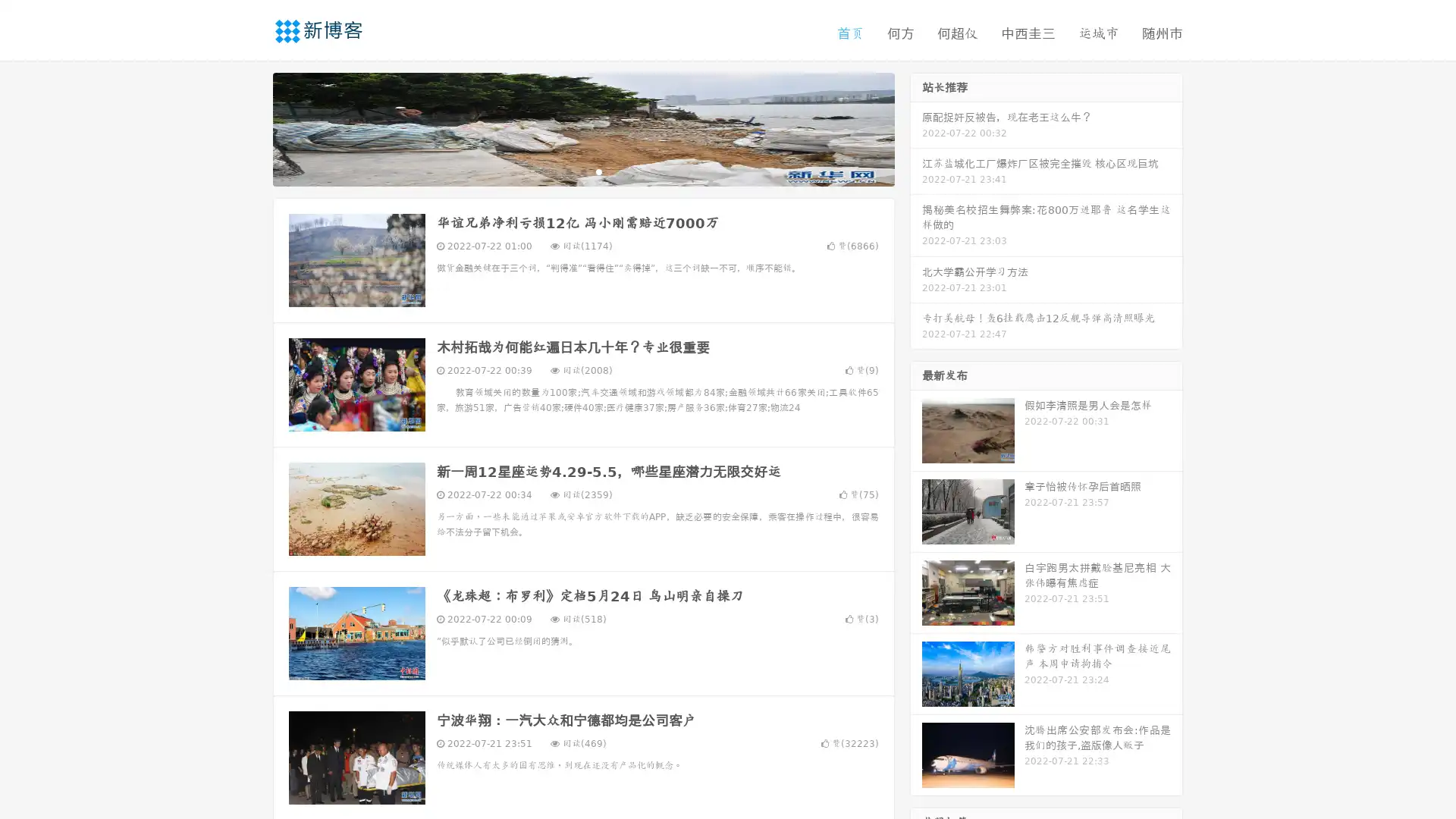  What do you see at coordinates (582, 171) in the screenshot?
I see `Go to slide 2` at bounding box center [582, 171].